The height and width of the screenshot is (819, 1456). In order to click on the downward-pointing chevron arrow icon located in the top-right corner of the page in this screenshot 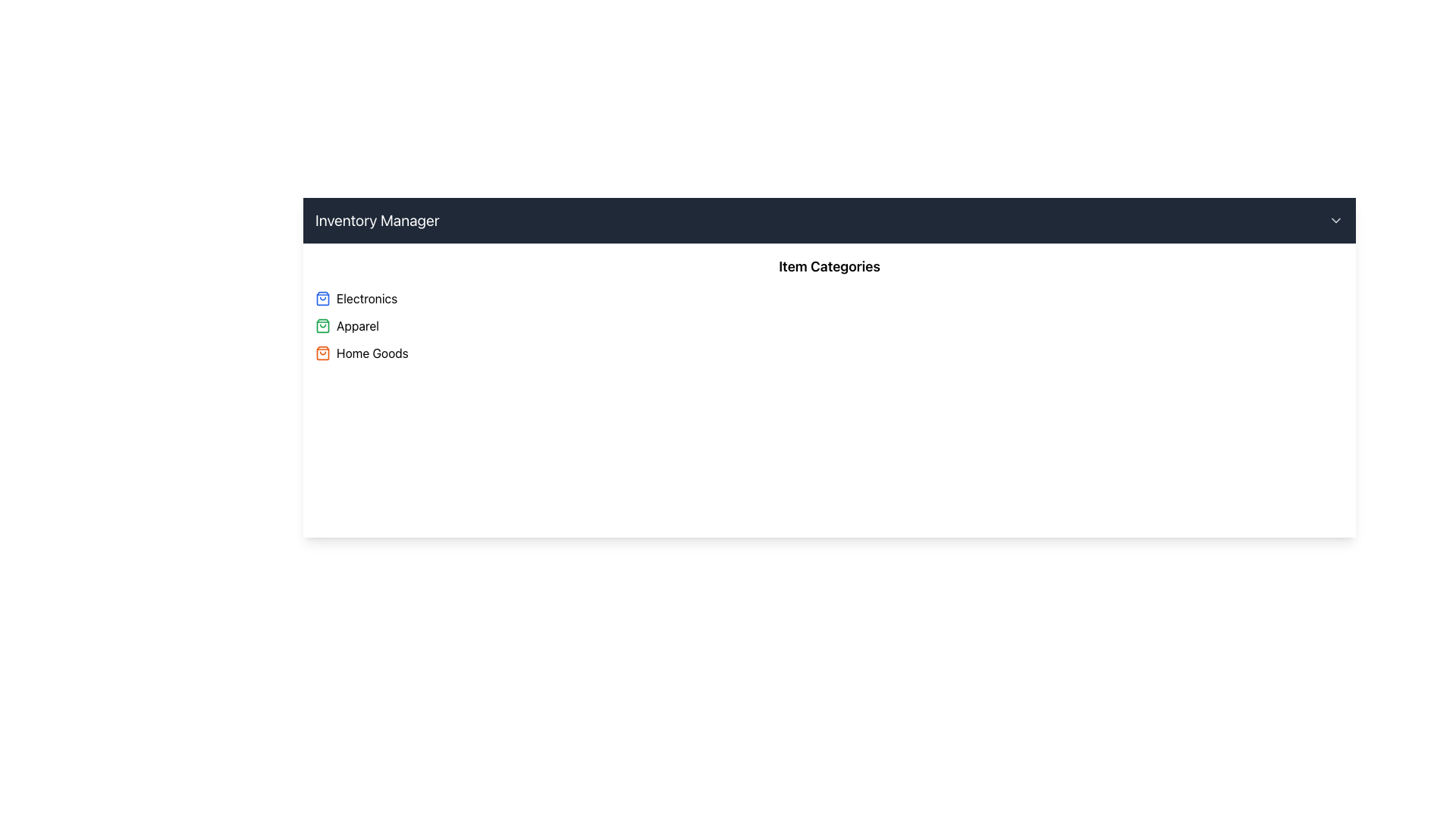, I will do `click(1335, 220)`.